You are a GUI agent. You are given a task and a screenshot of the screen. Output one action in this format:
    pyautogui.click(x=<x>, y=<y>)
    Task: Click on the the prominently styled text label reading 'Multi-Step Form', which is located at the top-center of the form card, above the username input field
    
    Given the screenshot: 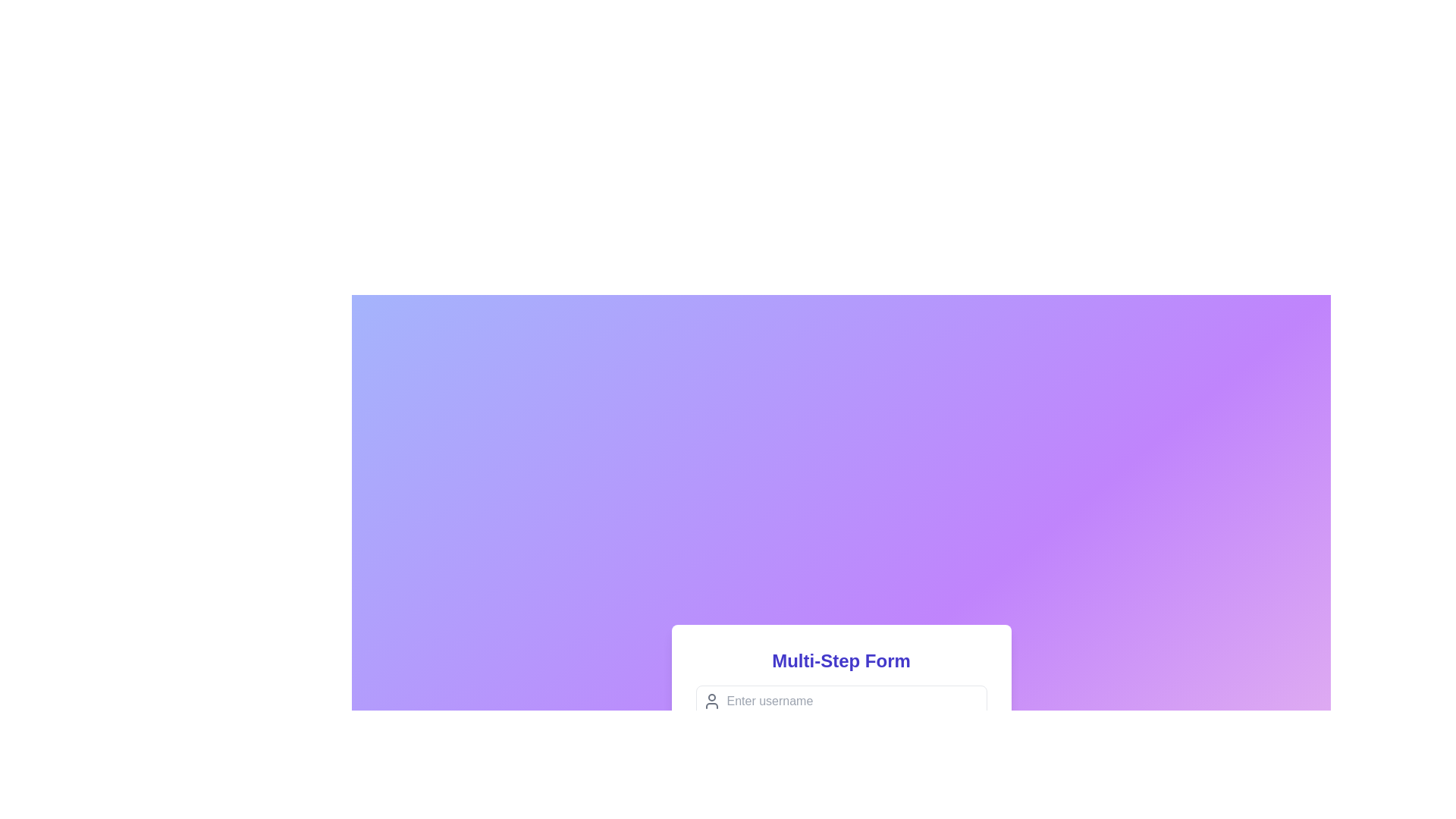 What is the action you would take?
    pyautogui.click(x=840, y=660)
    